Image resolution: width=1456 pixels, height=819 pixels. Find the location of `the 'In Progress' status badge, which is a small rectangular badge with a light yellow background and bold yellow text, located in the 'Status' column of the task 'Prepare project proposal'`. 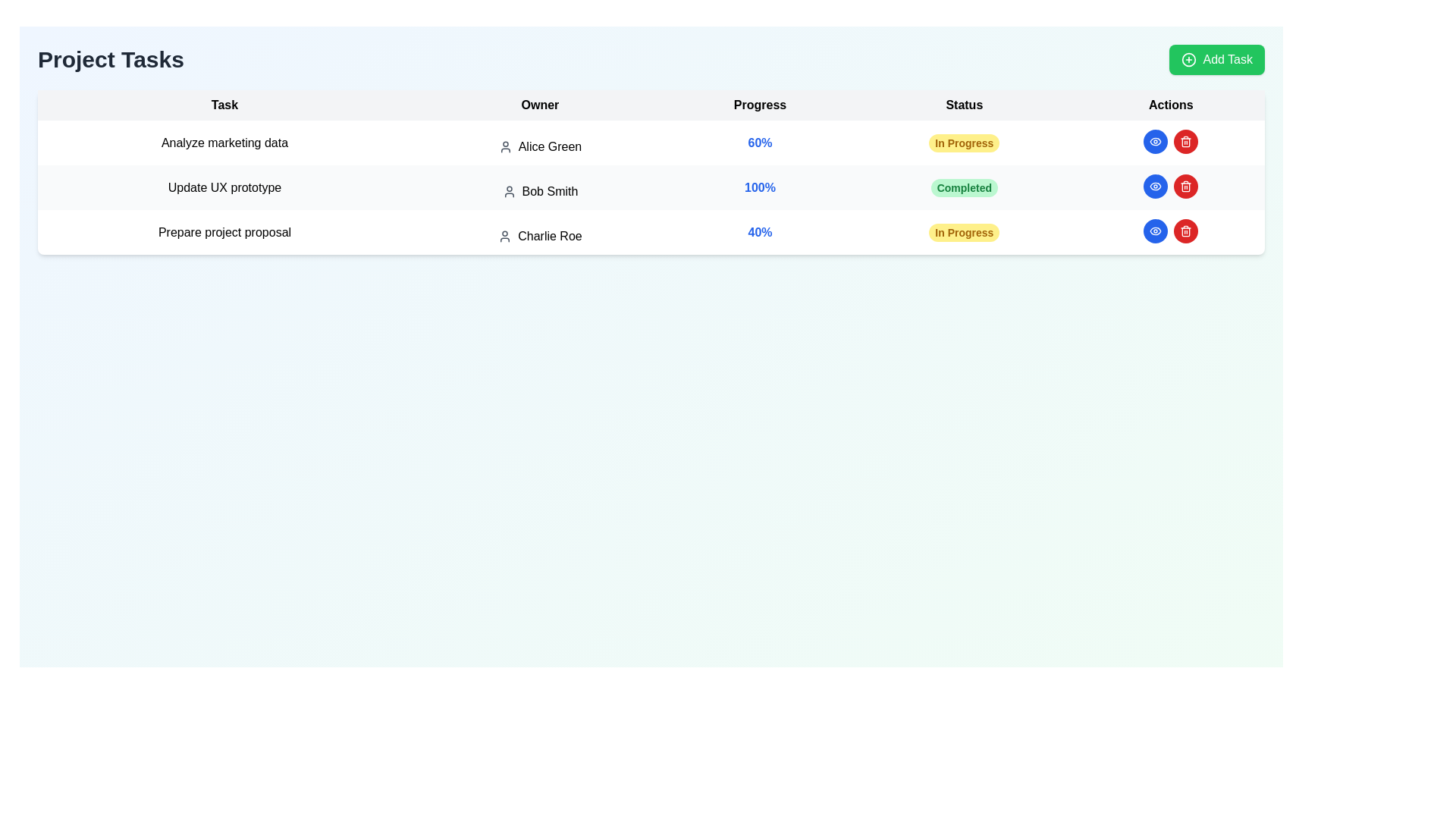

the 'In Progress' status badge, which is a small rectangular badge with a light yellow background and bold yellow text, located in the 'Status' column of the task 'Prepare project proposal' is located at coordinates (963, 232).